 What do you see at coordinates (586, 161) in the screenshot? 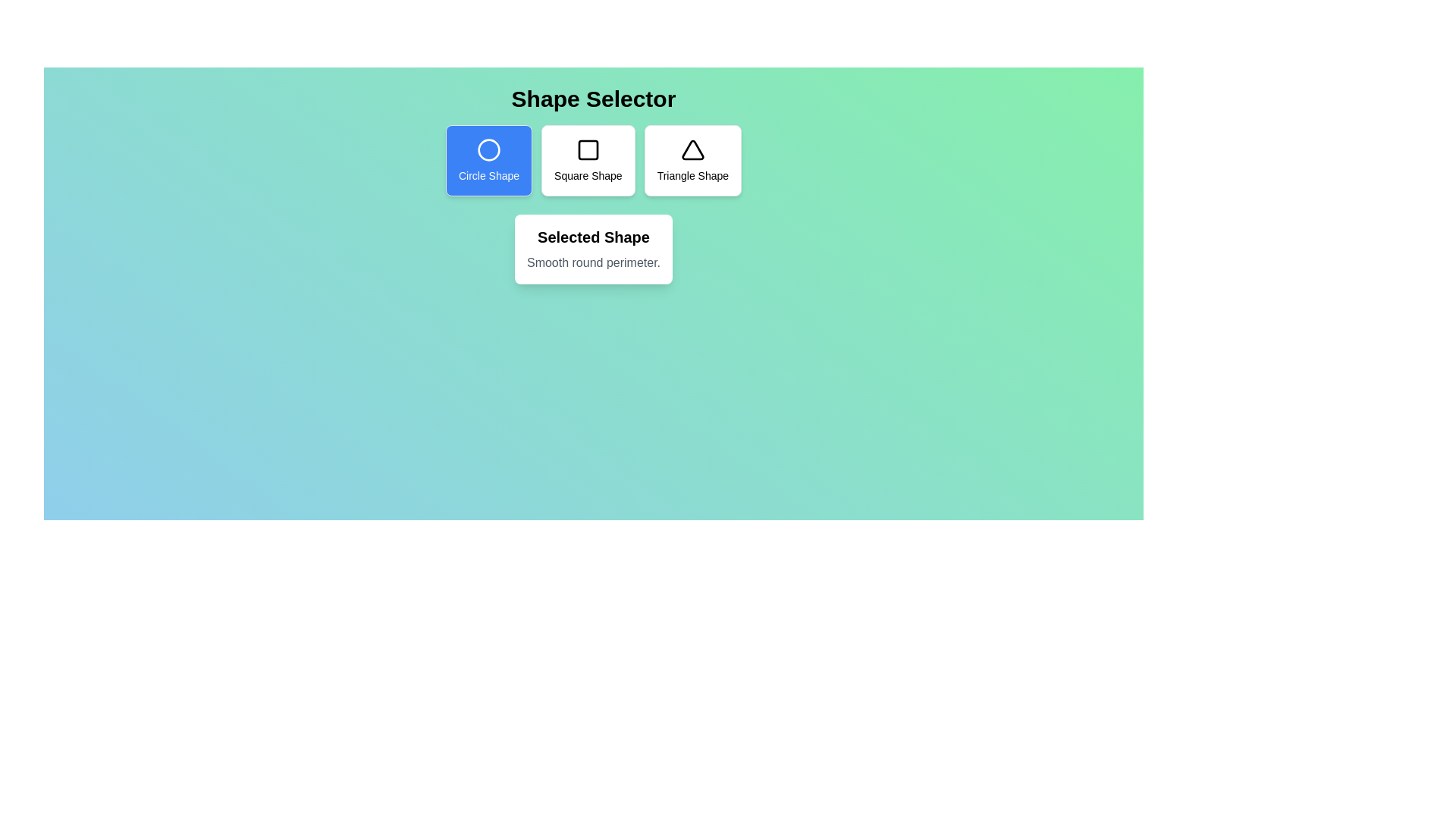
I see `the shape button corresponding to square` at bounding box center [586, 161].